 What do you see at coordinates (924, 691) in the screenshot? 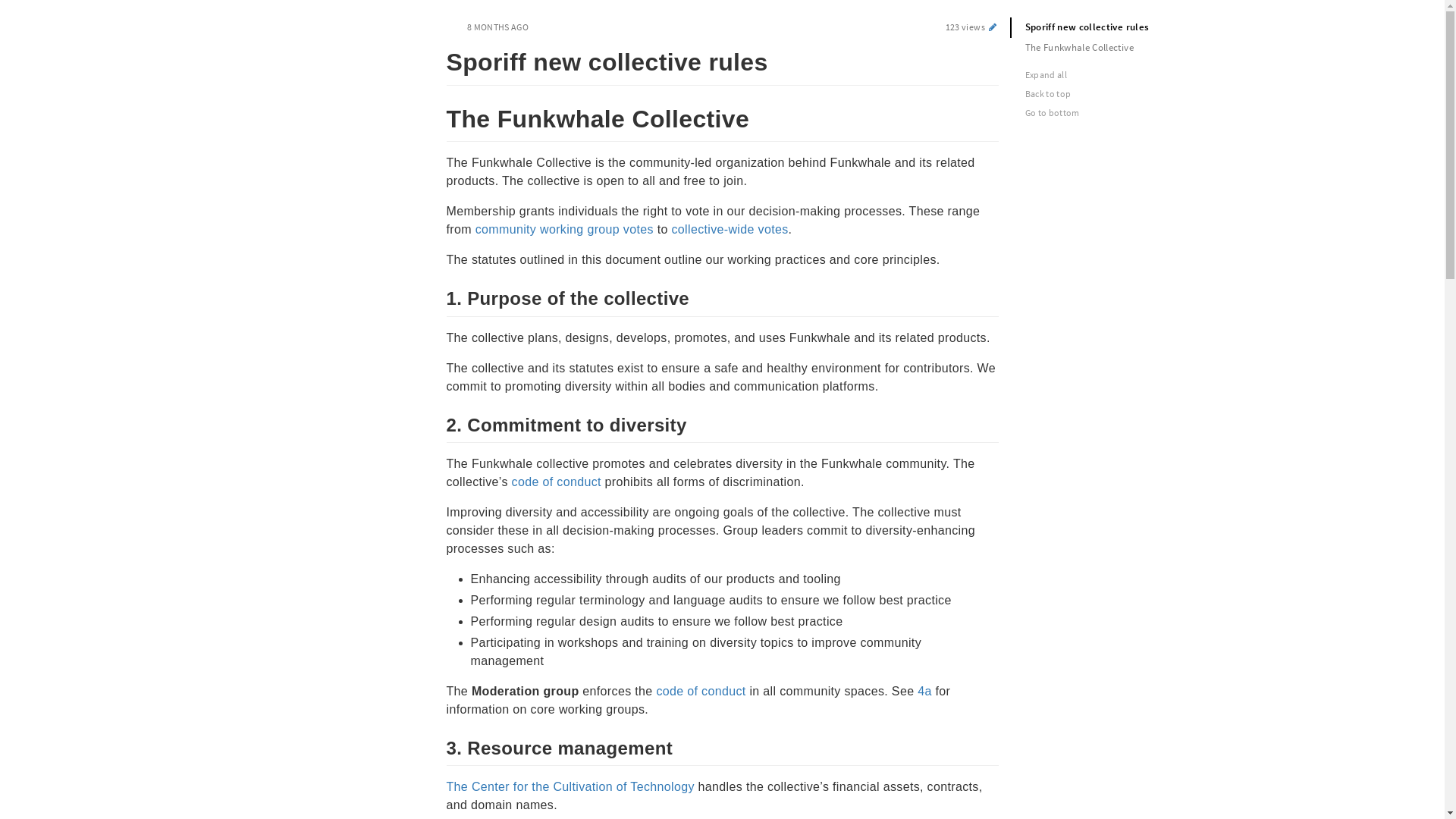
I see `'4a'` at bounding box center [924, 691].